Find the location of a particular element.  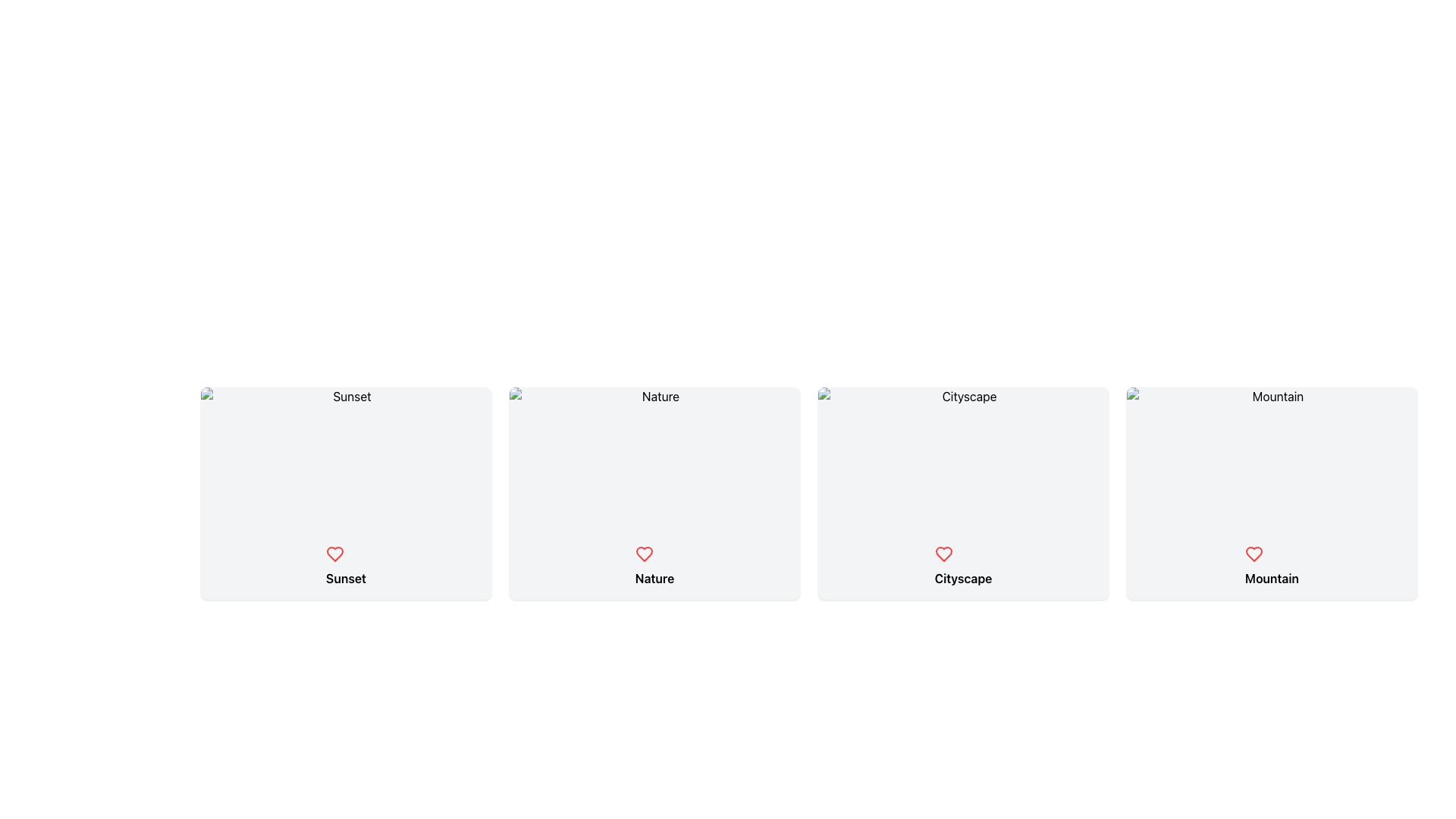

the placeholder image titled 'Sunset' is located at coordinates (345, 459).